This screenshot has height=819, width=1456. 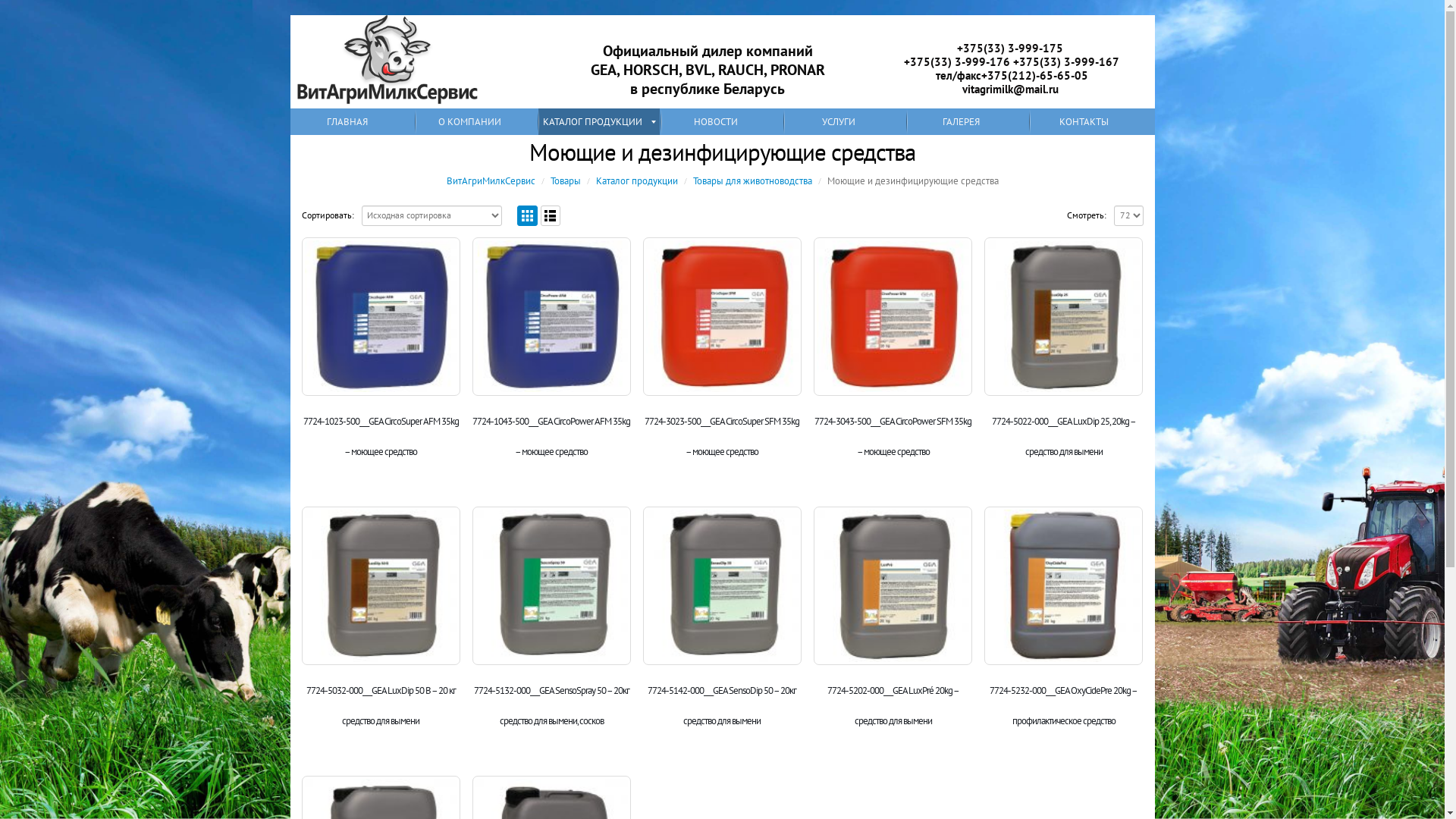 I want to click on 'vitagrimilk@mail.ru ', so click(x=1012, y=89).